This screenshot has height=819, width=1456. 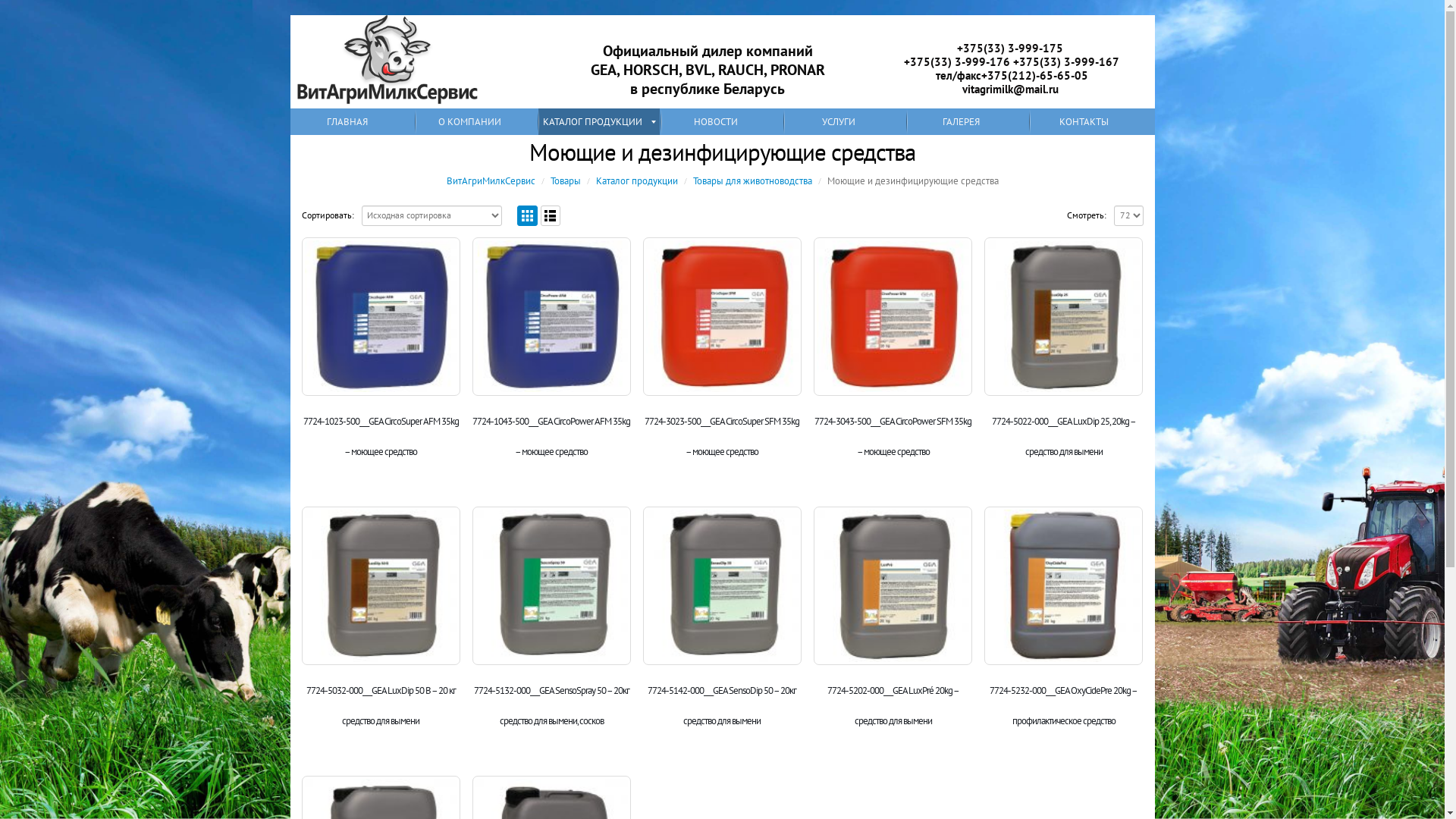 I want to click on 'vitagrimilk@mail.ru ', so click(x=1012, y=89).